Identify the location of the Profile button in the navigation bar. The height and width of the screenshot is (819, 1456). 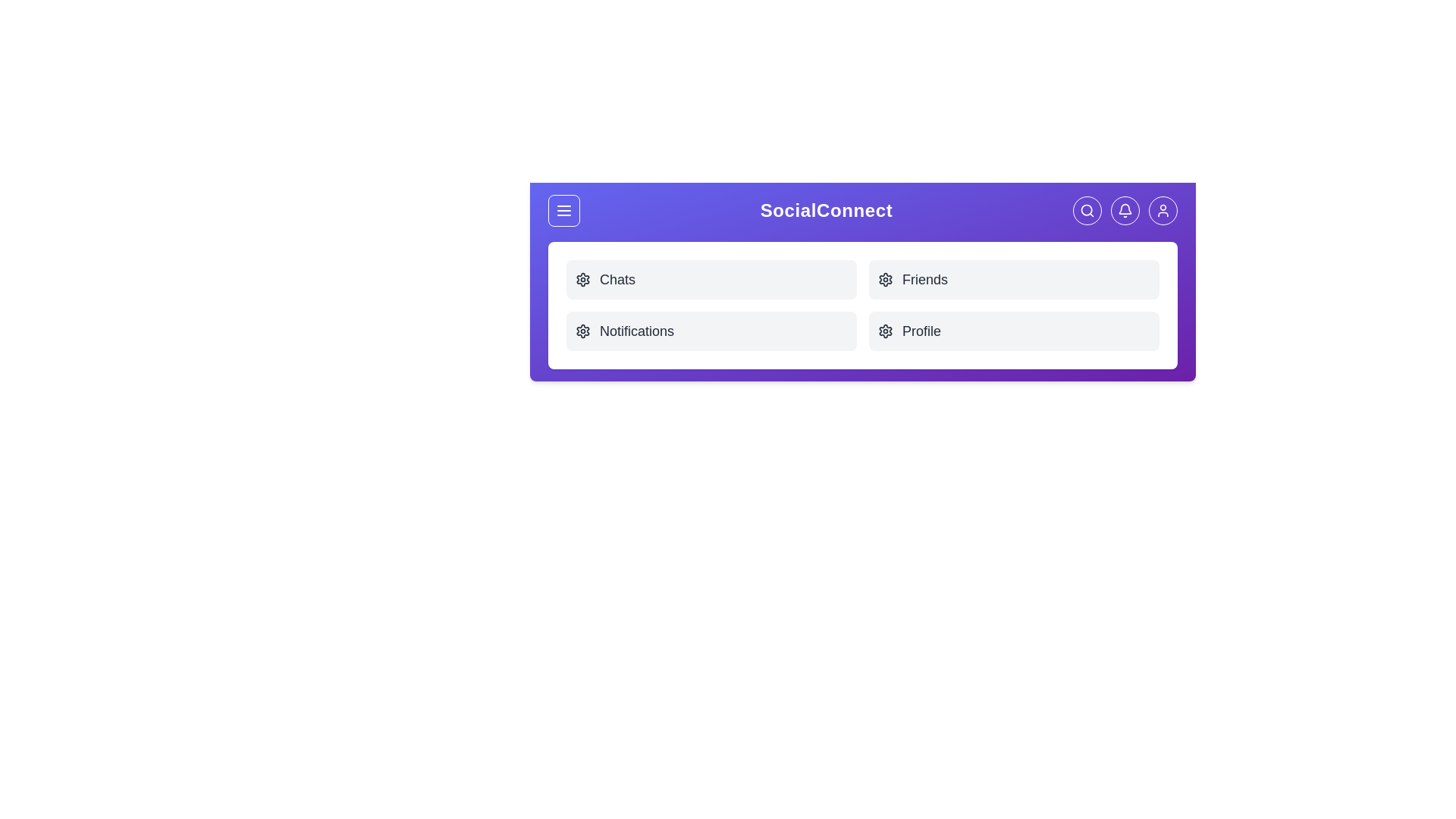
(1163, 210).